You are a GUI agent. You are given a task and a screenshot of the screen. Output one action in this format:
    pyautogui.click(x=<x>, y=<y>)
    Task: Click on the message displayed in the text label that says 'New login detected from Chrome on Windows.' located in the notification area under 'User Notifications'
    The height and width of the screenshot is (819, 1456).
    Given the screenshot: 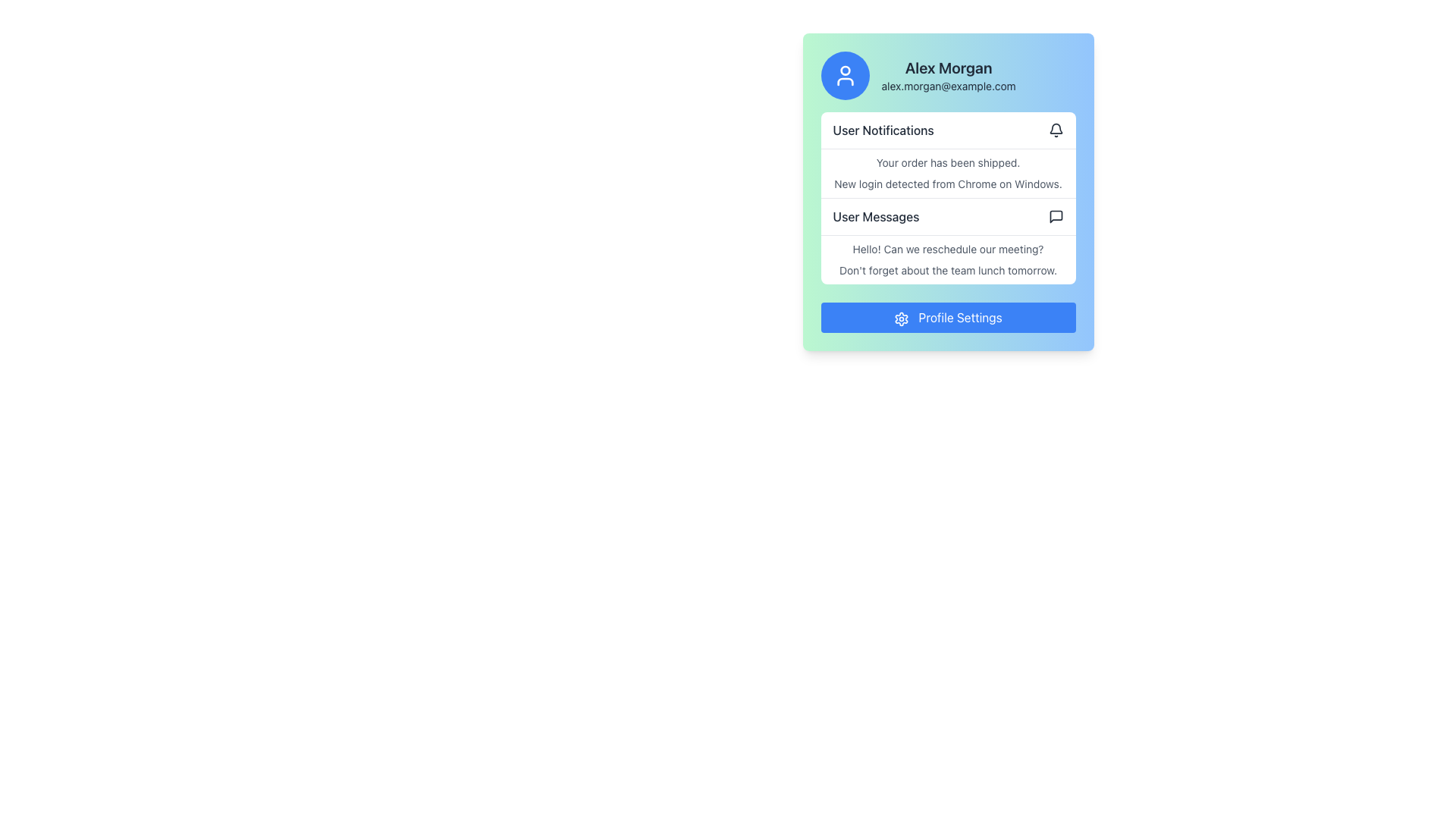 What is the action you would take?
    pyautogui.click(x=947, y=184)
    